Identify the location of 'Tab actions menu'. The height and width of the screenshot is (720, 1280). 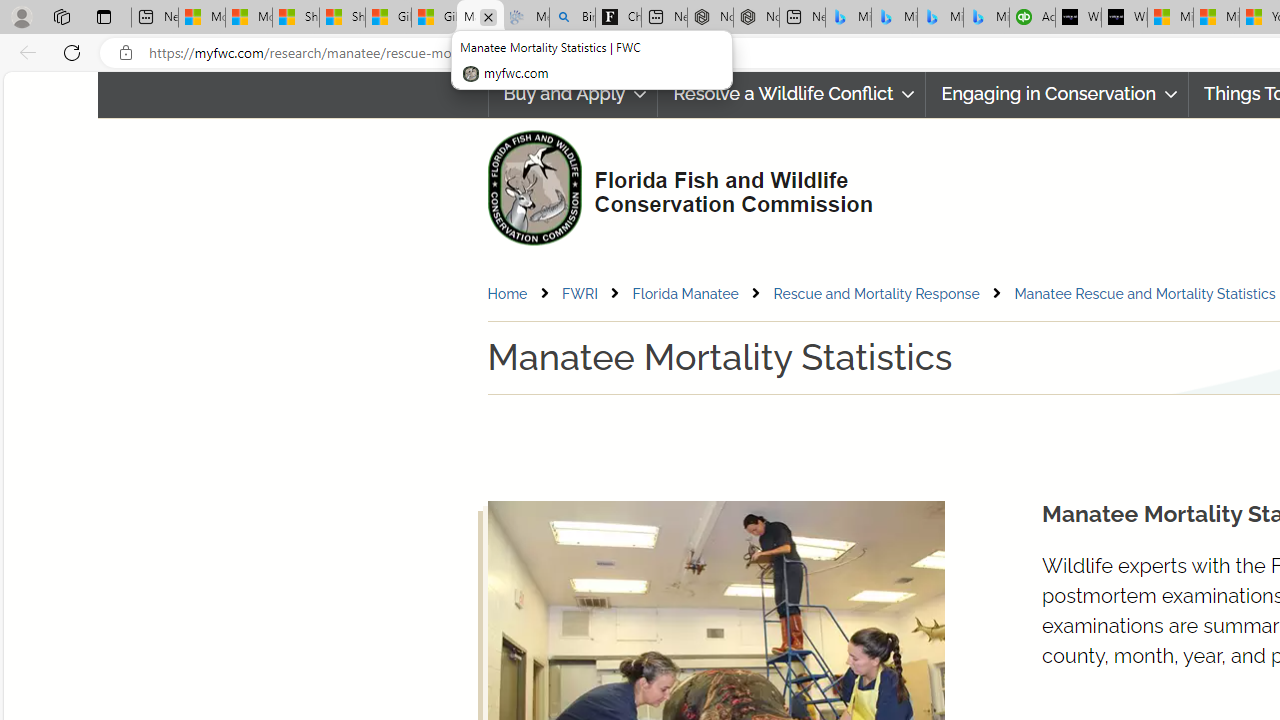
(103, 16).